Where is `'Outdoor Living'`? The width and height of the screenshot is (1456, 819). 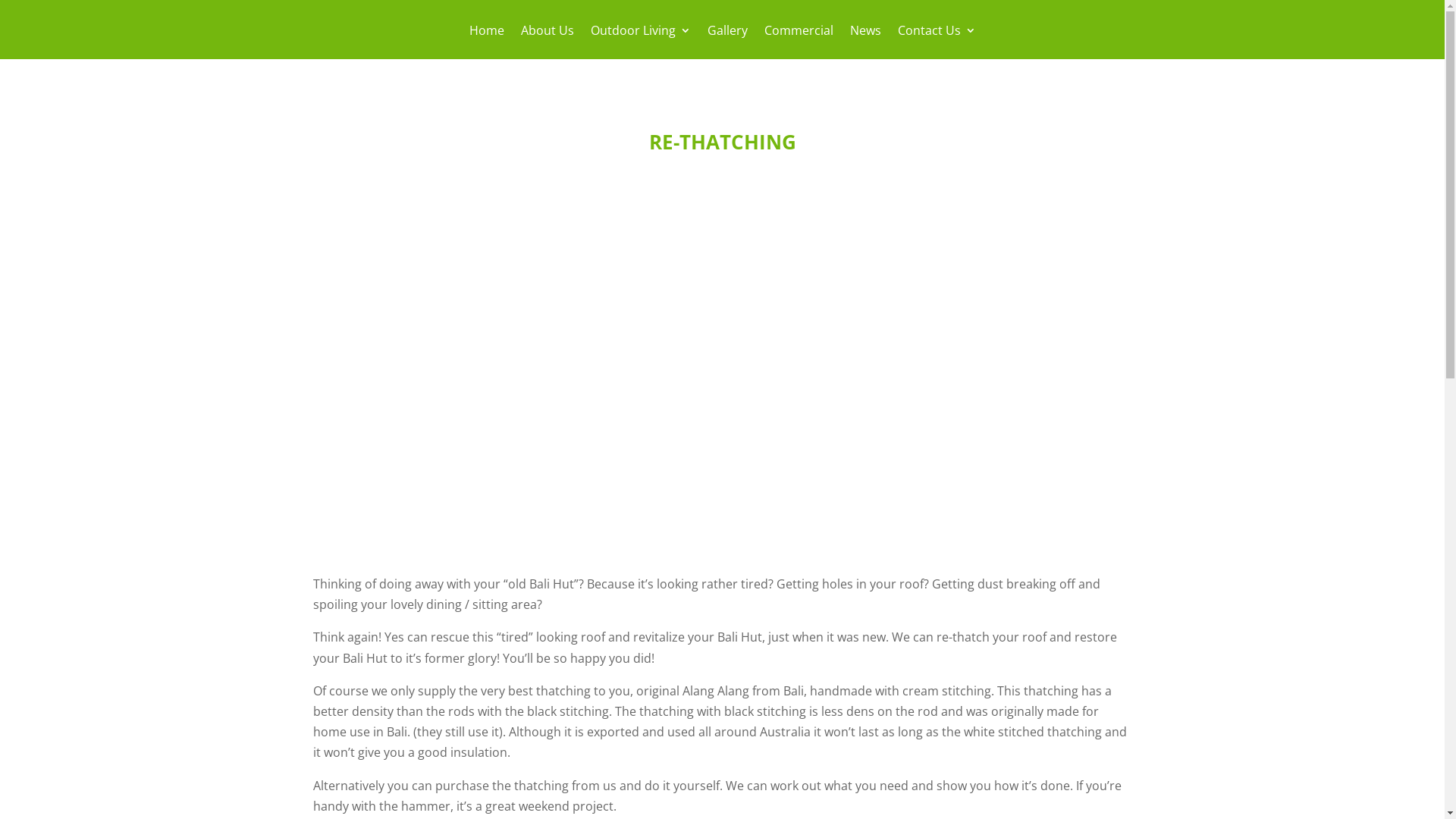
'Outdoor Living' is located at coordinates (640, 40).